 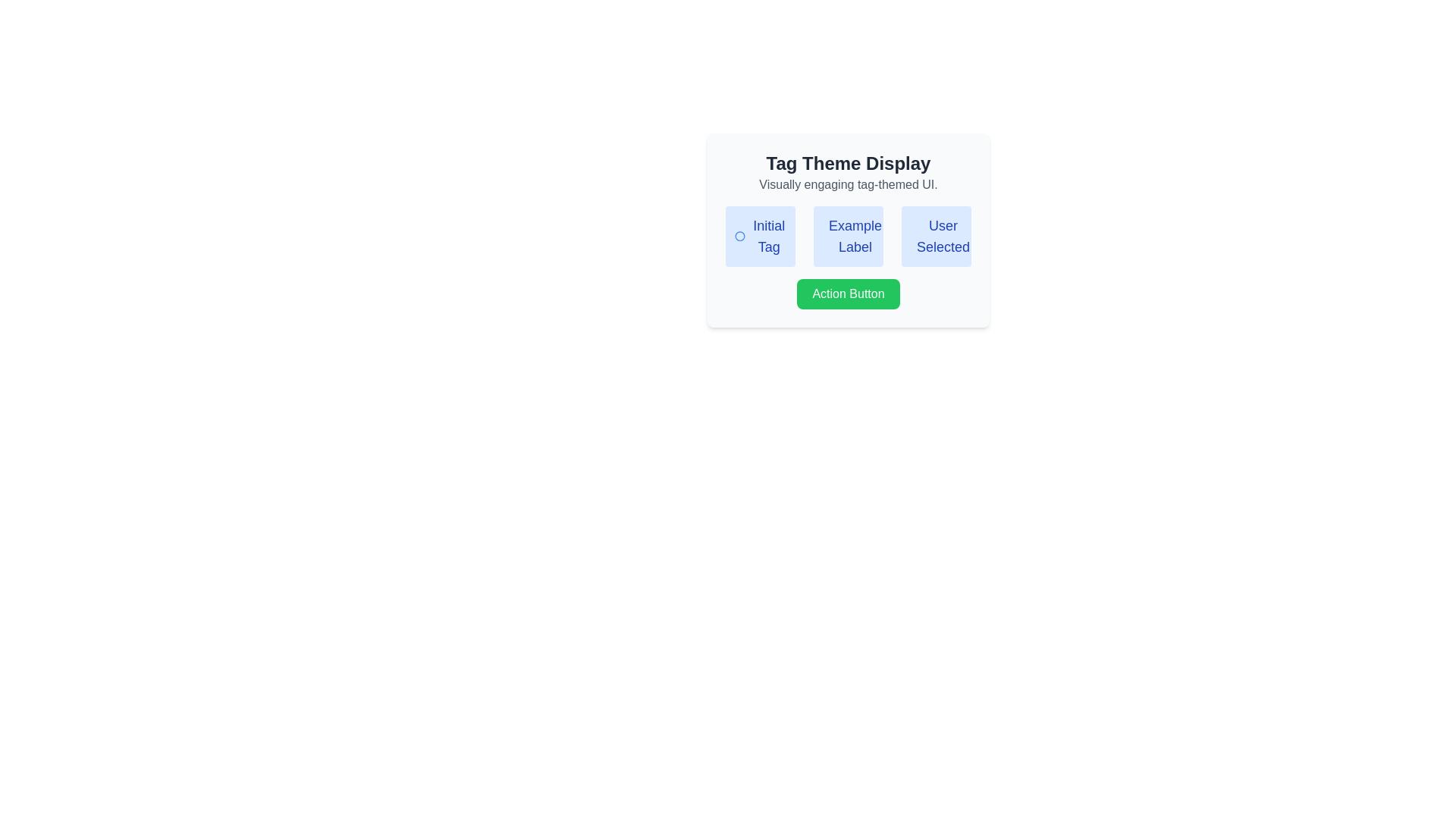 I want to click on the circular shape with a blue border located in the 'User Selected' tag within the card layout titled 'Tag Theme Display', so click(x=919, y=237).